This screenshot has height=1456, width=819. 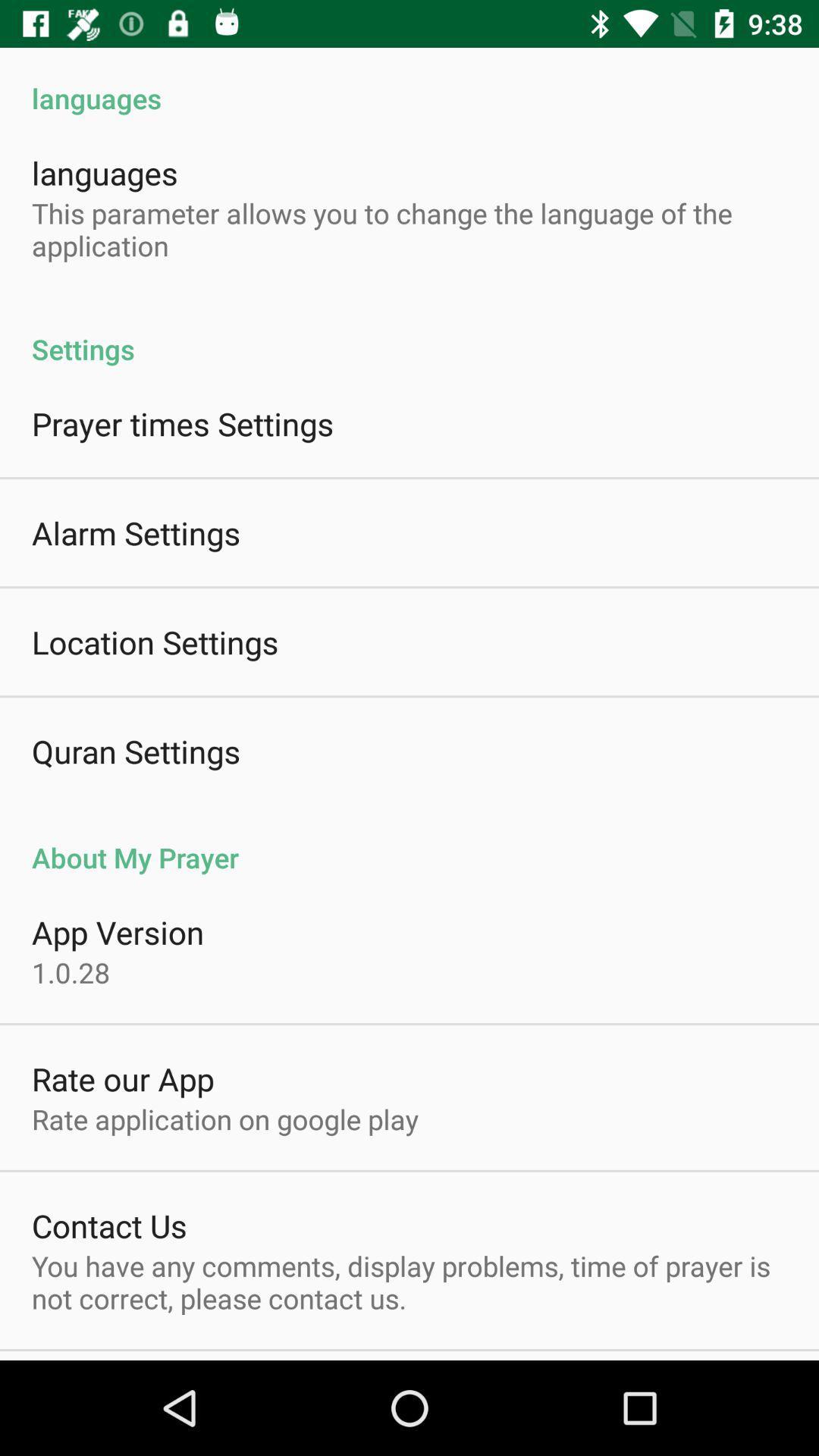 What do you see at coordinates (71, 972) in the screenshot?
I see `app below the app version item` at bounding box center [71, 972].